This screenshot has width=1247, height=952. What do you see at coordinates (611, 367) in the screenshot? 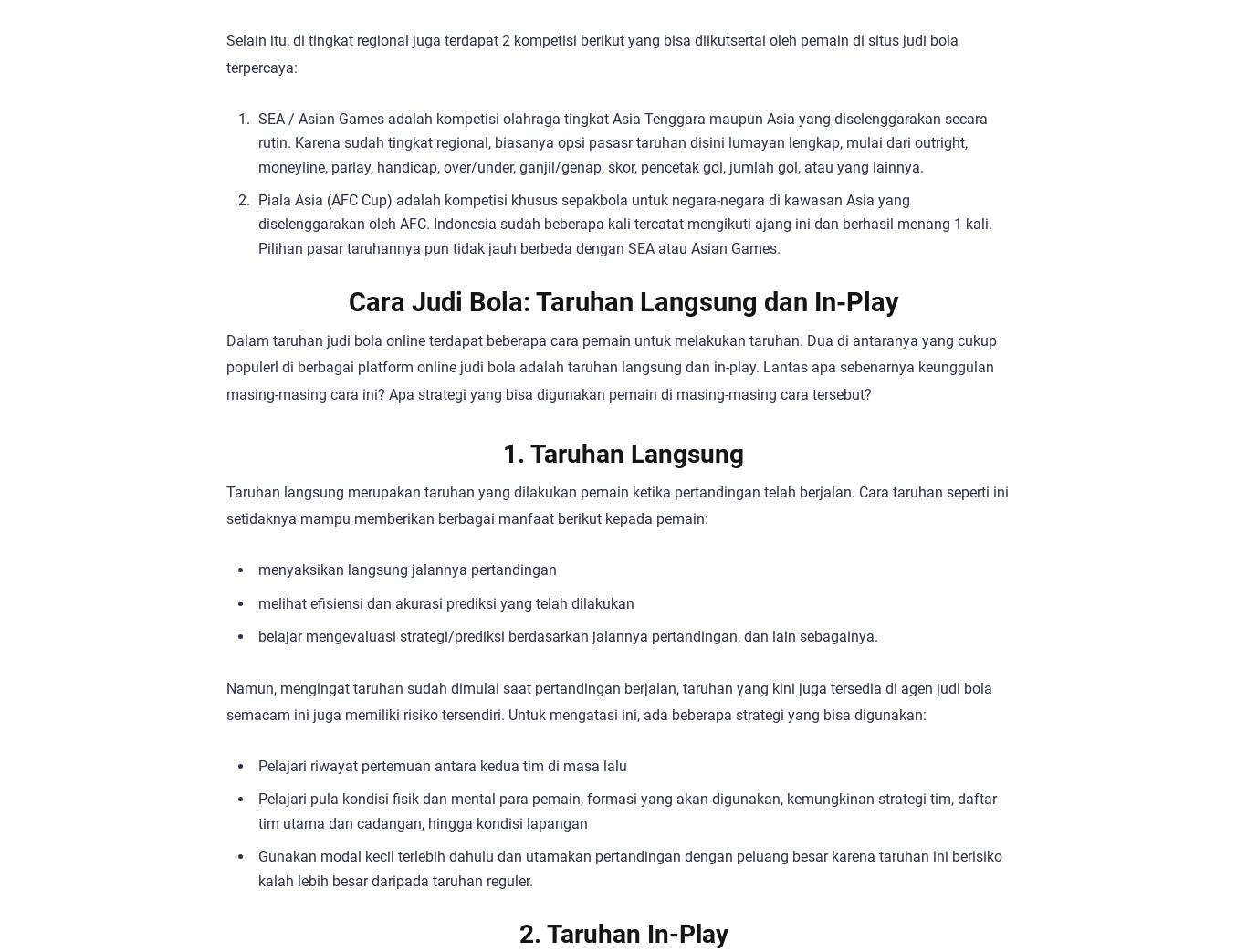
I see `'Dalam taruhan judi bola online terdapat beberapa cara pemain untuk melakukan taruhan. Dua di antaranya yang cukup populerl di berbagai platform online judi bola adalah taruhan langsung dan in-play. Lantas apa sebenarnya keunggulan masing-masing cara ini? Apa strategi yang bisa digunakan pemain di masing-masing cara tersebut?'` at bounding box center [611, 367].